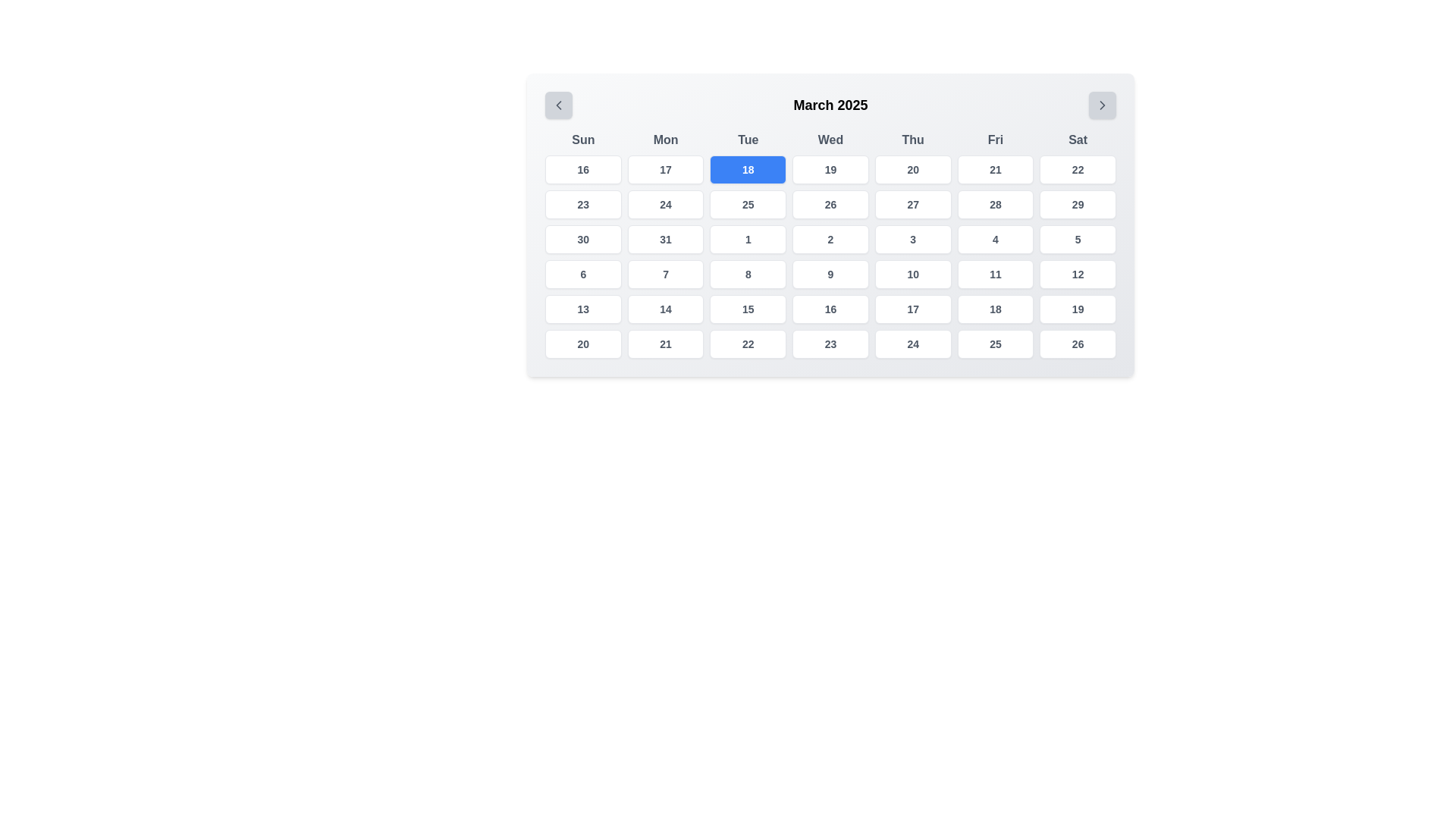 The image size is (1456, 819). Describe the element at coordinates (1077, 309) in the screenshot. I see `the calendar button representing the 19th of the month, located in the bottom row and seventh column` at that location.